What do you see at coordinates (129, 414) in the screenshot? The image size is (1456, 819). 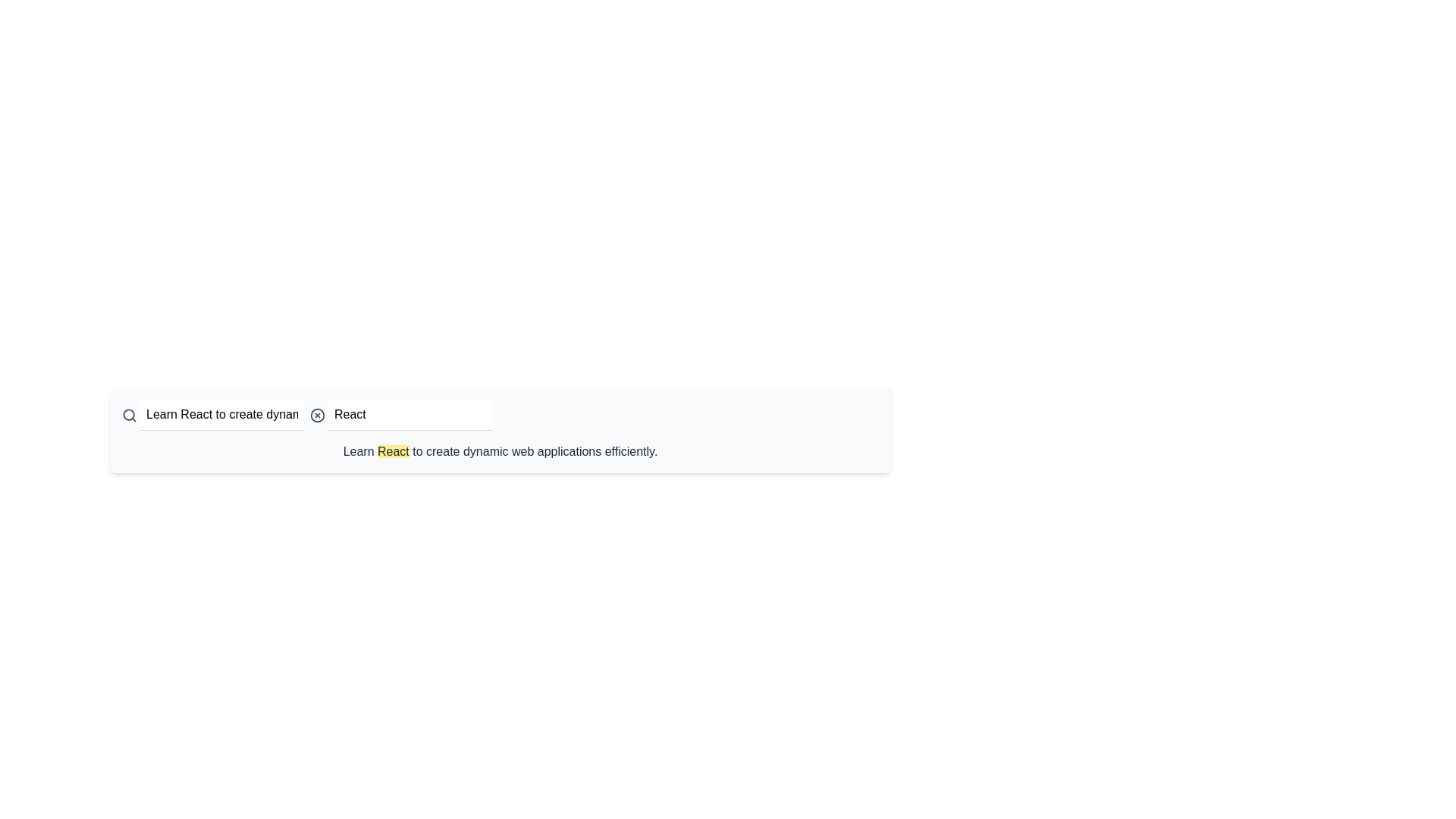 I see `the circular SVG element that is part of a search icon located at the top-left of the search bar` at bounding box center [129, 414].